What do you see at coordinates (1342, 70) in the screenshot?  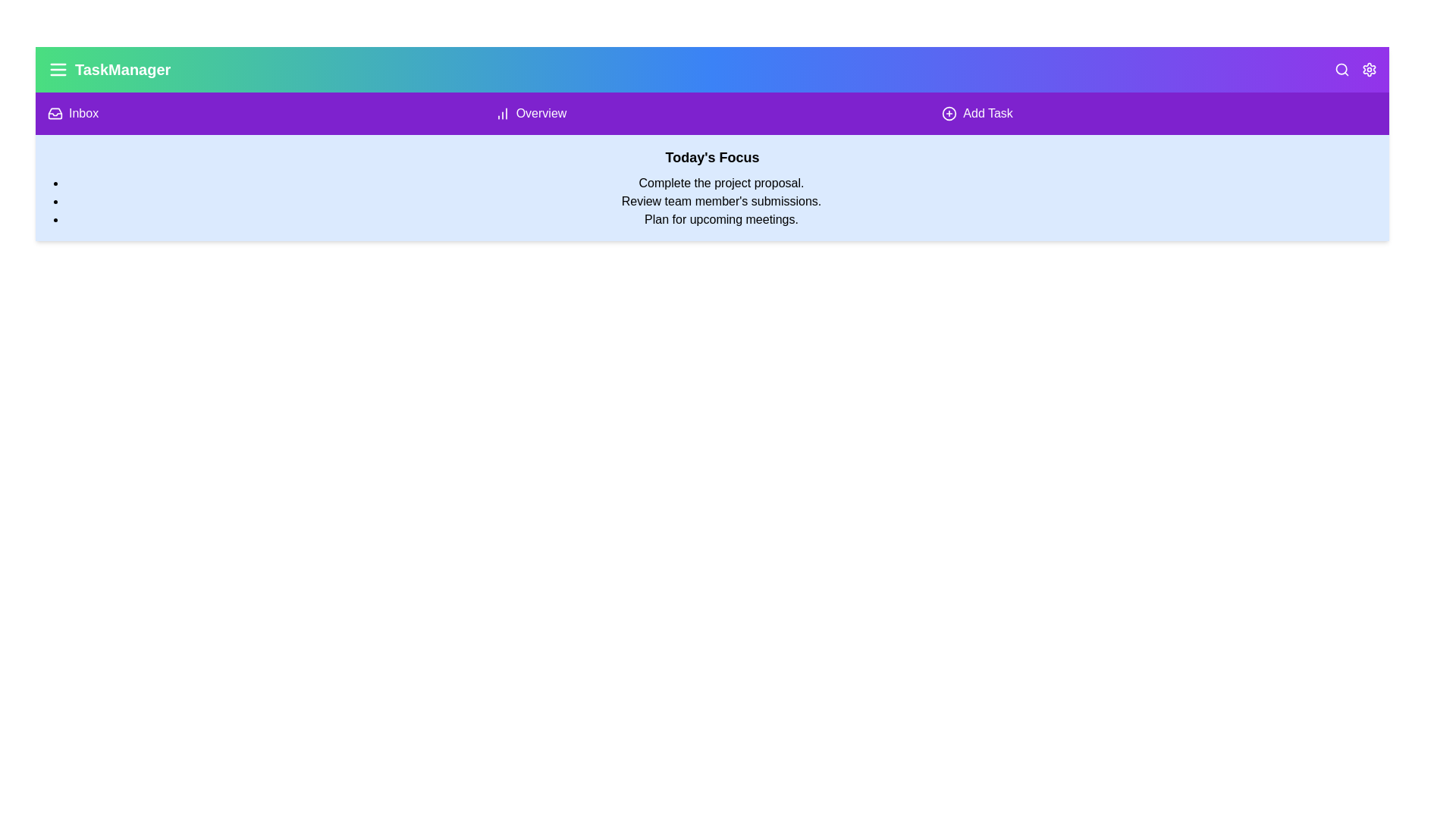 I see `the search icon to initiate a search operation` at bounding box center [1342, 70].